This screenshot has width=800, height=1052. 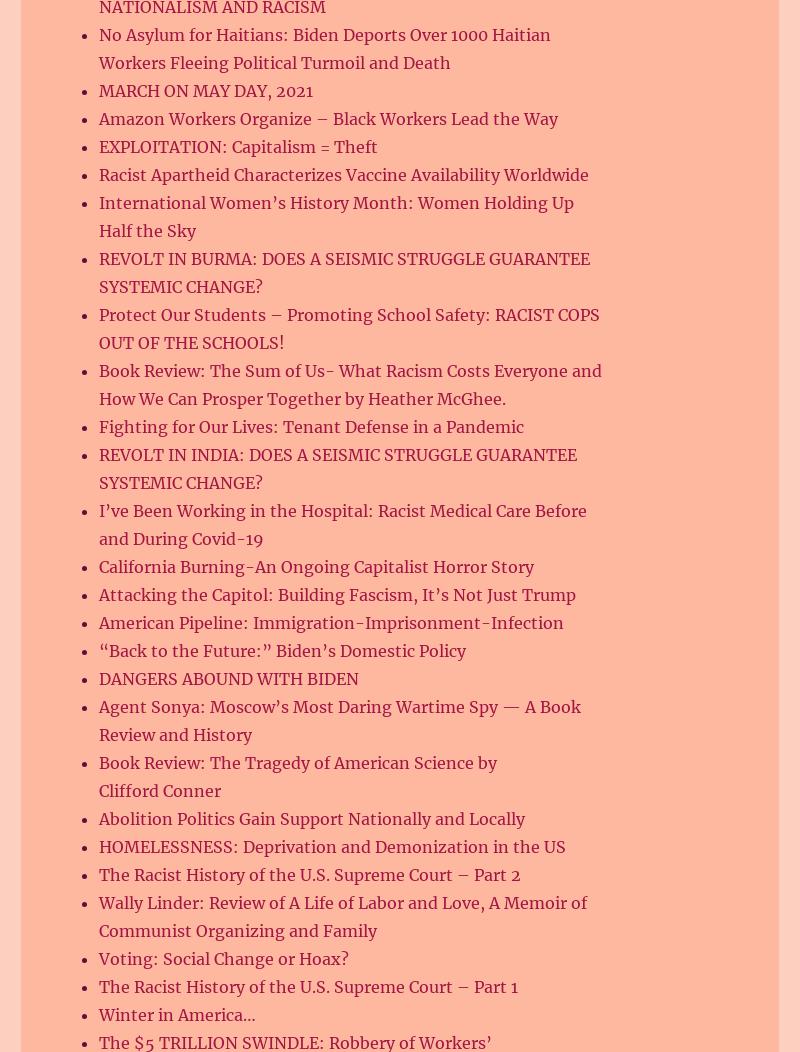 What do you see at coordinates (98, 873) in the screenshot?
I see `'The Racist History of the U.S. Supreme Court – Part 2'` at bounding box center [98, 873].